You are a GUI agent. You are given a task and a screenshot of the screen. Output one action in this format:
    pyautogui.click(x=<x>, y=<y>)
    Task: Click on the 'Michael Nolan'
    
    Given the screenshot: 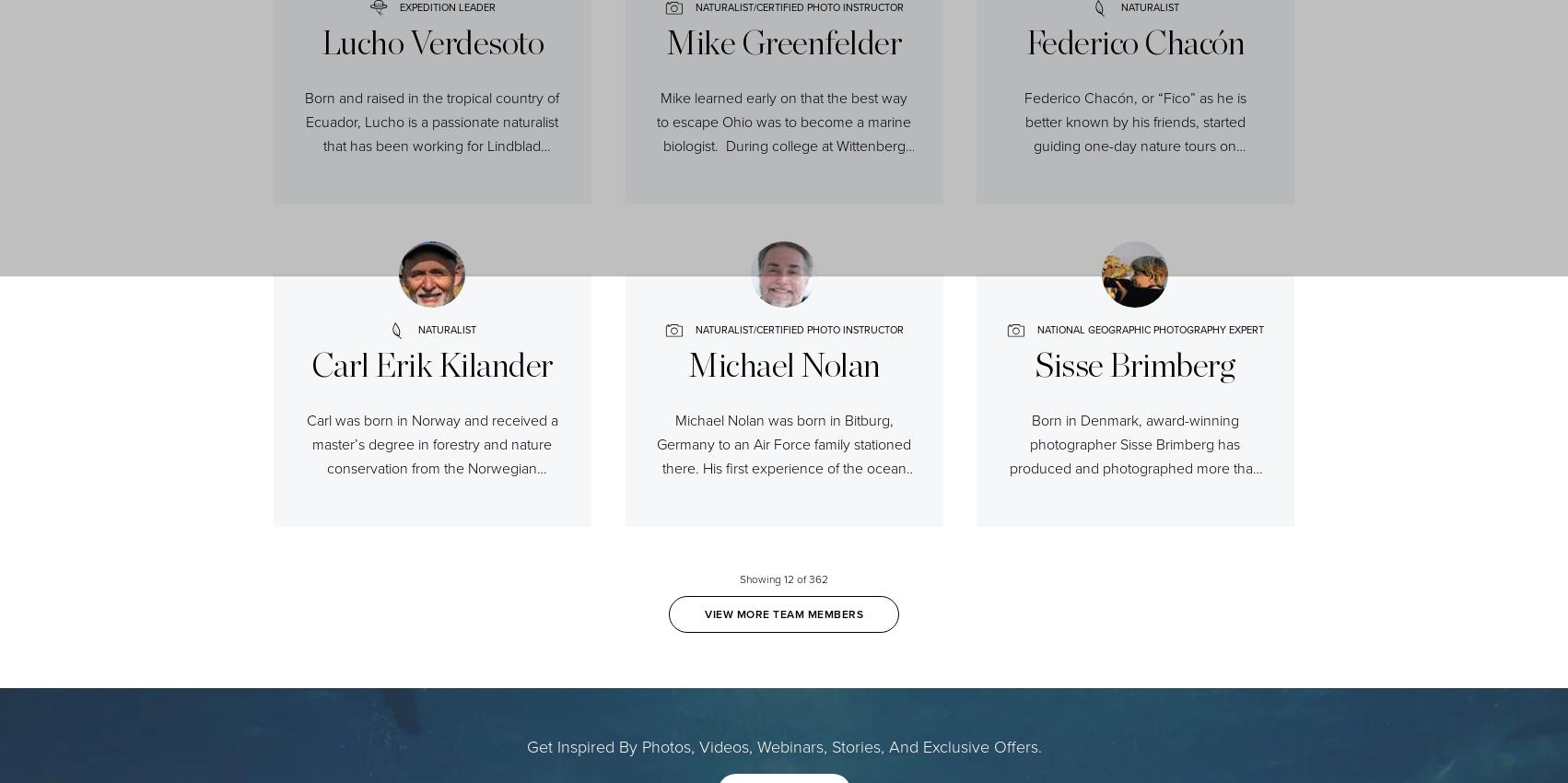 What is the action you would take?
    pyautogui.click(x=782, y=362)
    